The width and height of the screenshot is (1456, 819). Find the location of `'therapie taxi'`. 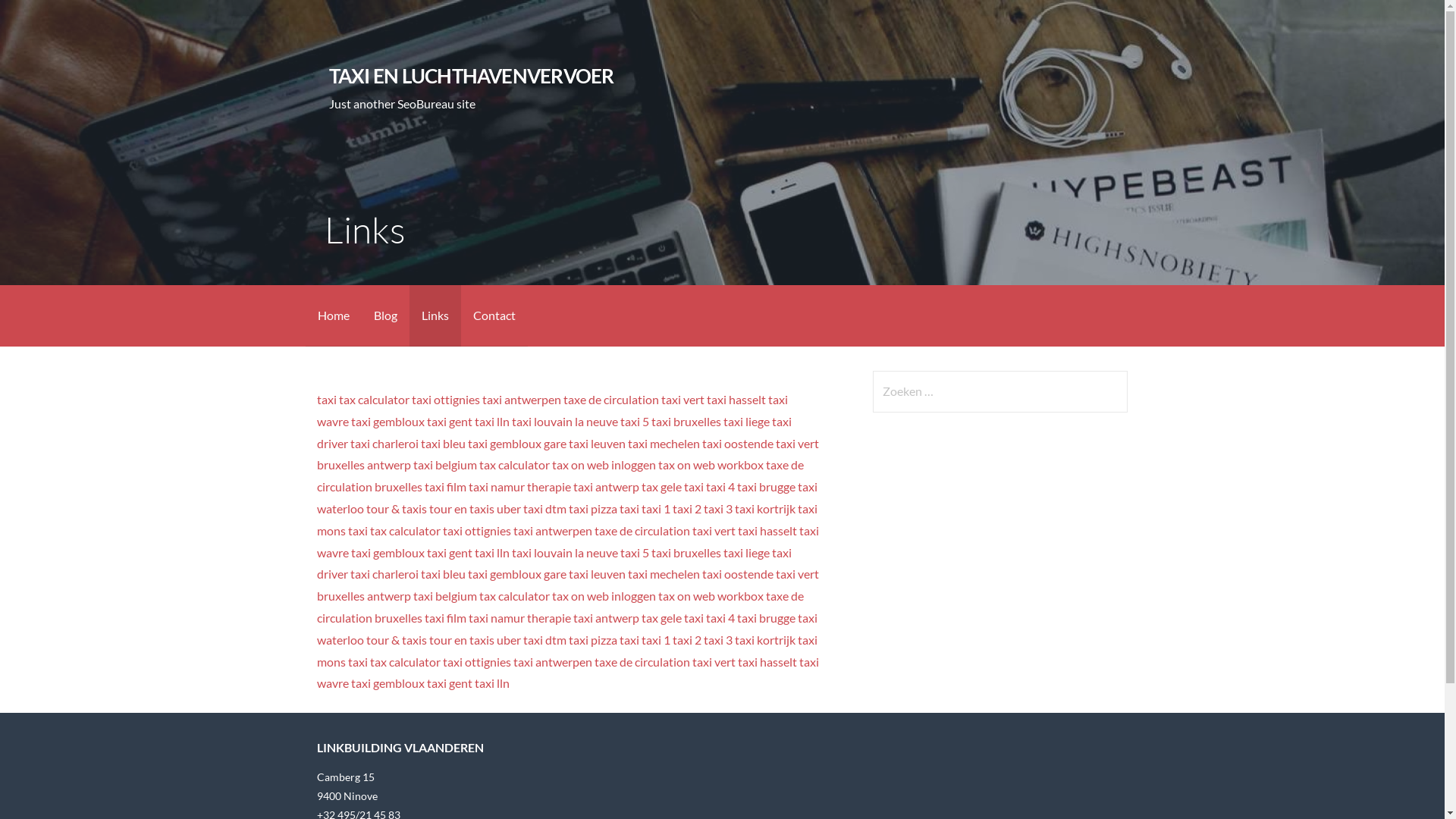

'therapie taxi' is located at coordinates (559, 486).